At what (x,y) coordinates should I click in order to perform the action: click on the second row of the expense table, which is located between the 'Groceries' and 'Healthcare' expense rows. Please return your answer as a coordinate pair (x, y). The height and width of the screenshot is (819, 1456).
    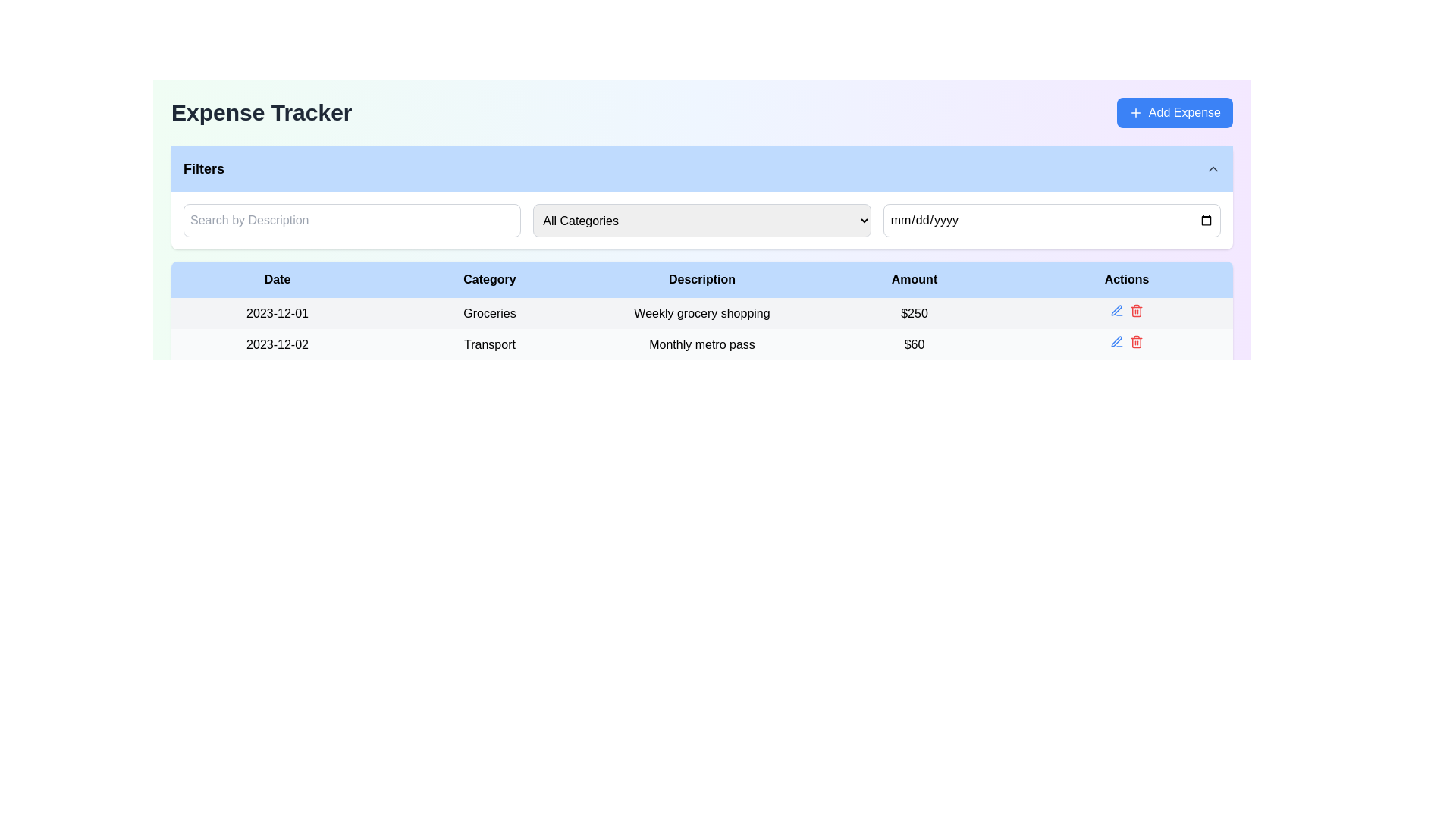
    Looking at the image, I should click on (701, 344).